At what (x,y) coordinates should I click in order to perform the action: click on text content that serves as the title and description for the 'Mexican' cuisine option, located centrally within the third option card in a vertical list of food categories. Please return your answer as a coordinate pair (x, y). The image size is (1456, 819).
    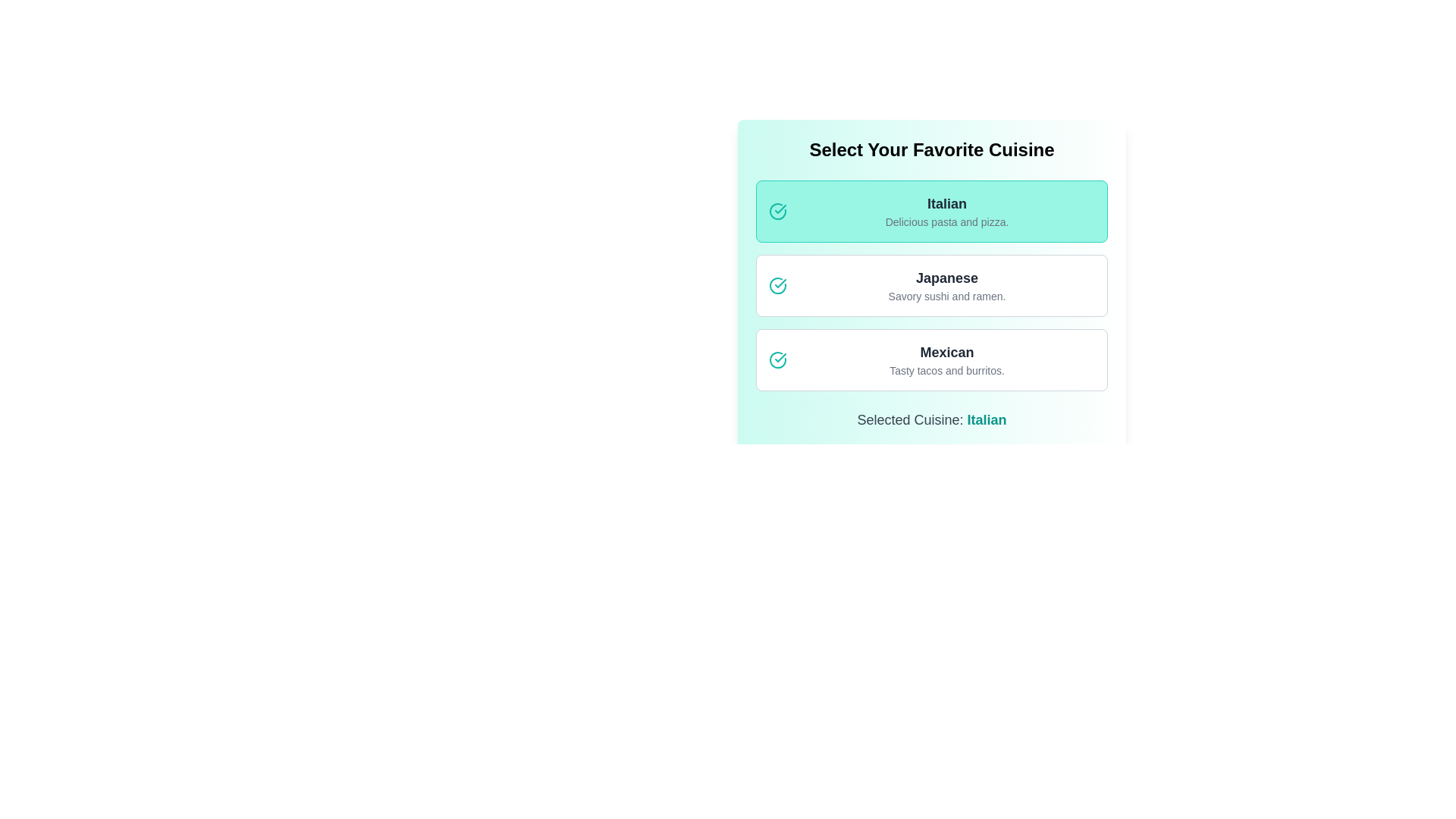
    Looking at the image, I should click on (946, 359).